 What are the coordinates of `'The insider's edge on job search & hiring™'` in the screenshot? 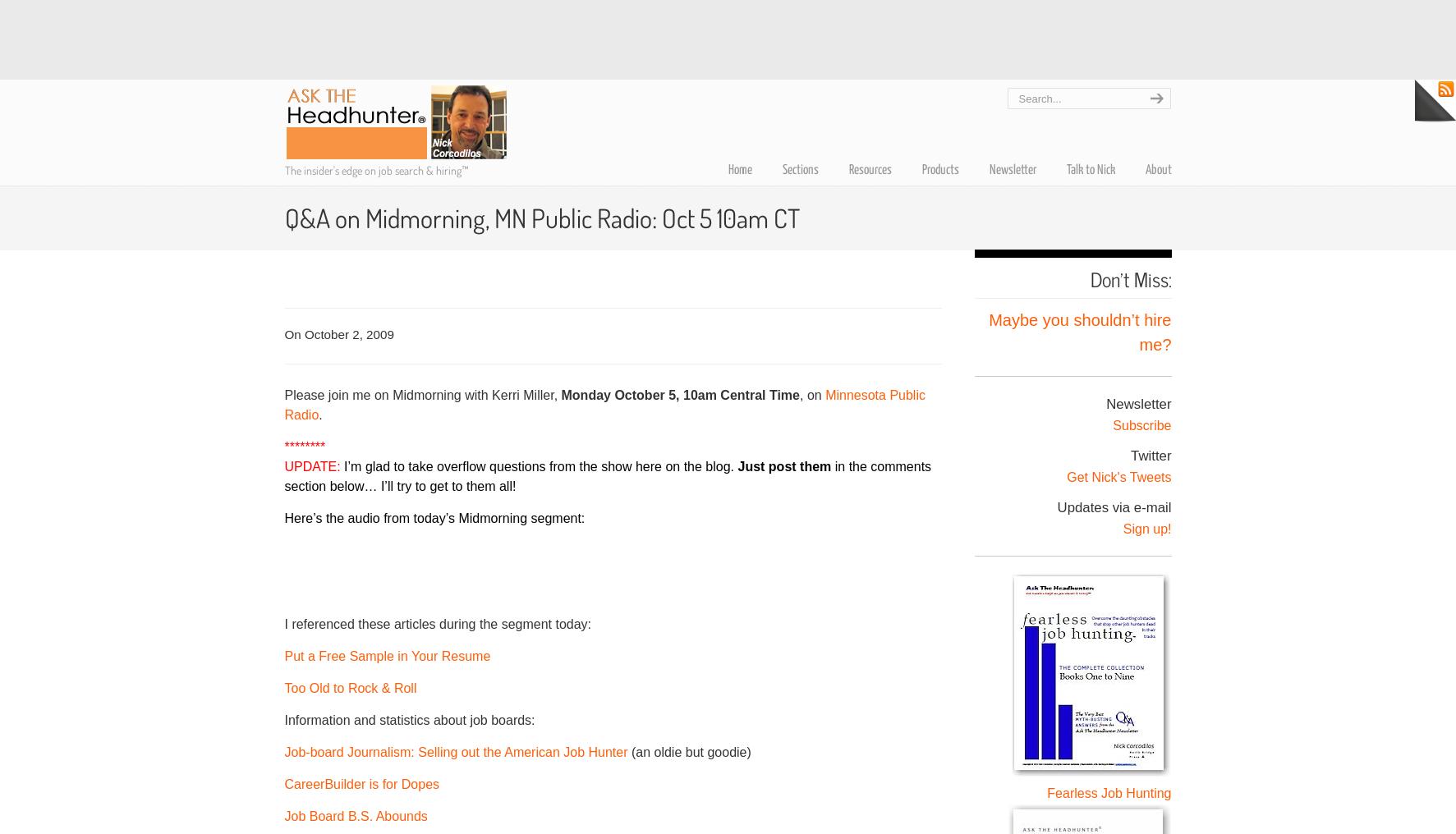 It's located at (374, 170).